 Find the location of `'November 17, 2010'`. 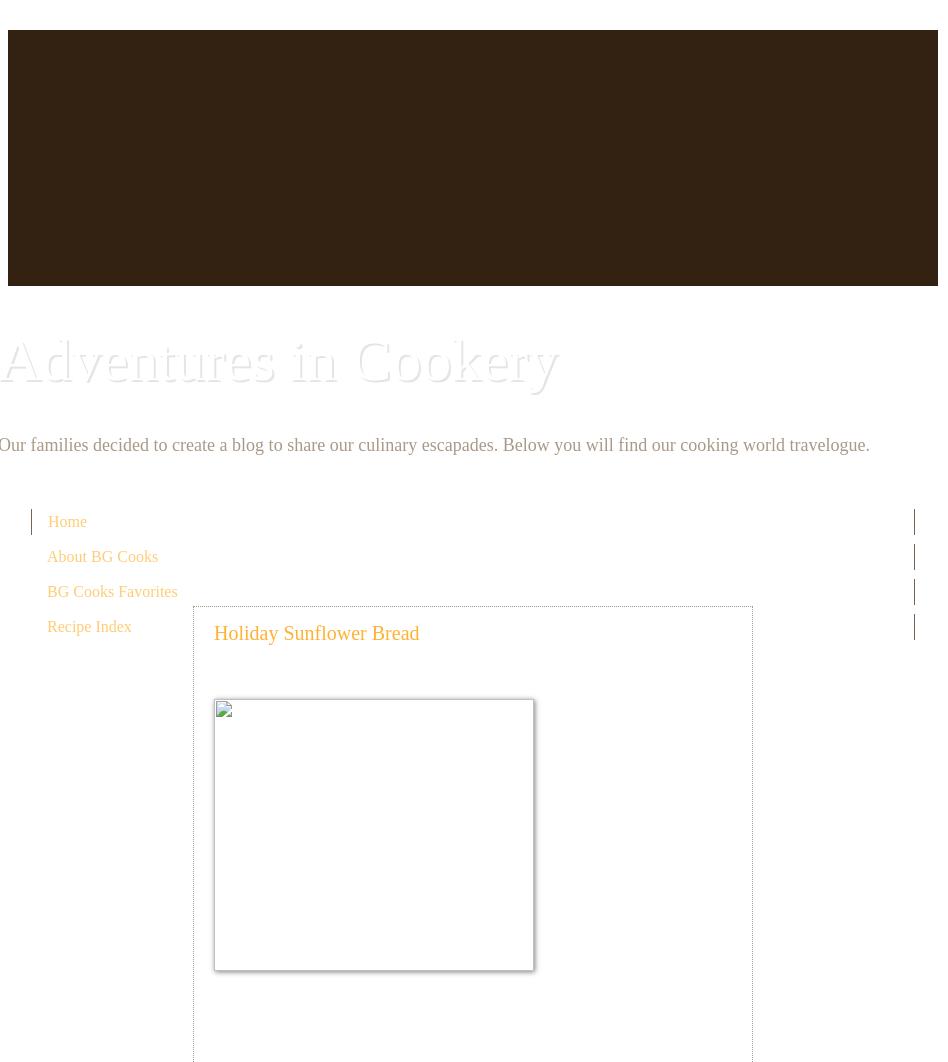

'November 17, 2010' is located at coordinates (256, 588).